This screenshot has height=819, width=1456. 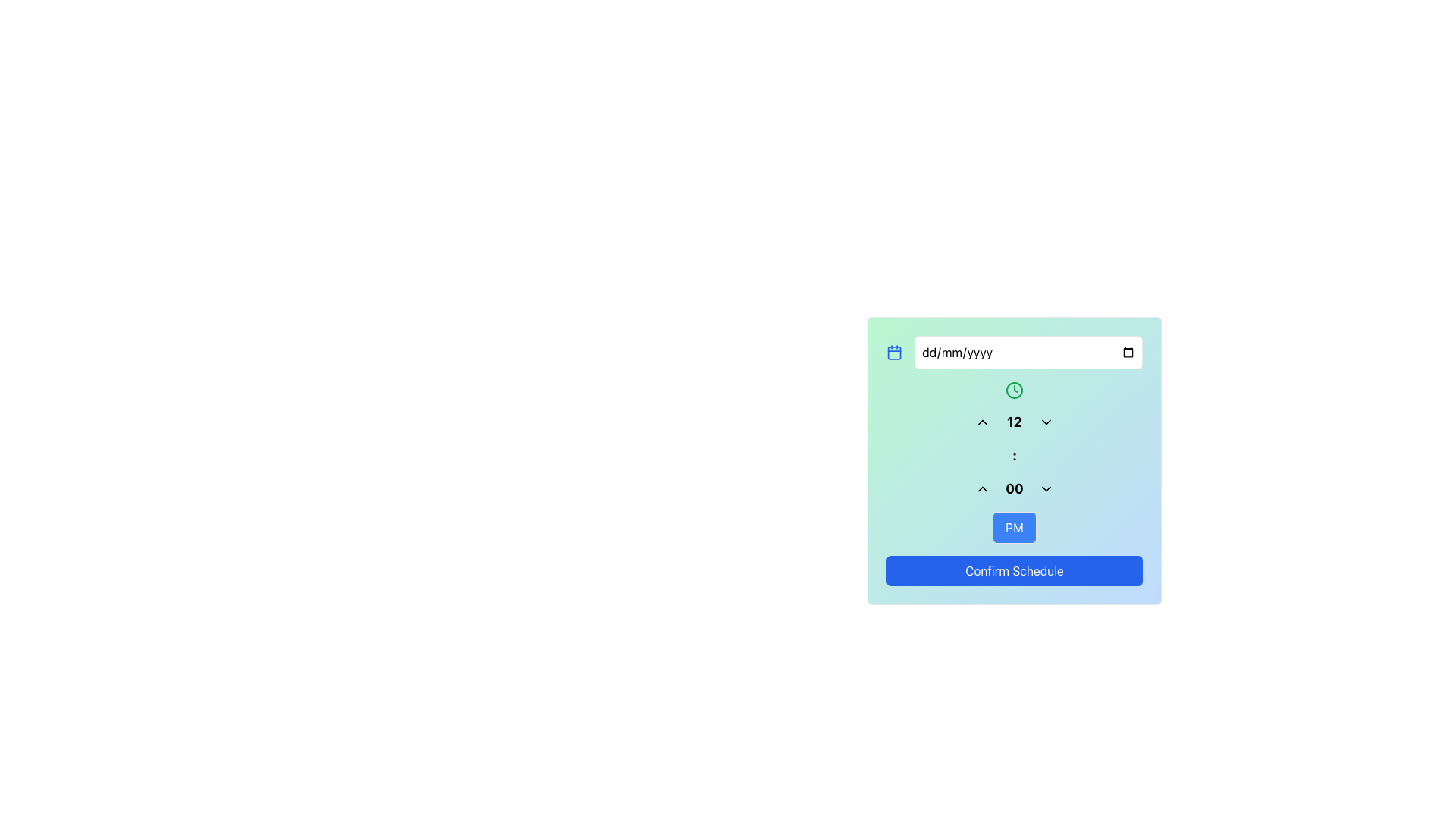 What do you see at coordinates (1015, 570) in the screenshot?
I see `the confirm scheduling button located at the bottom-center of a card with a gradient background transitioning from green to blue` at bounding box center [1015, 570].